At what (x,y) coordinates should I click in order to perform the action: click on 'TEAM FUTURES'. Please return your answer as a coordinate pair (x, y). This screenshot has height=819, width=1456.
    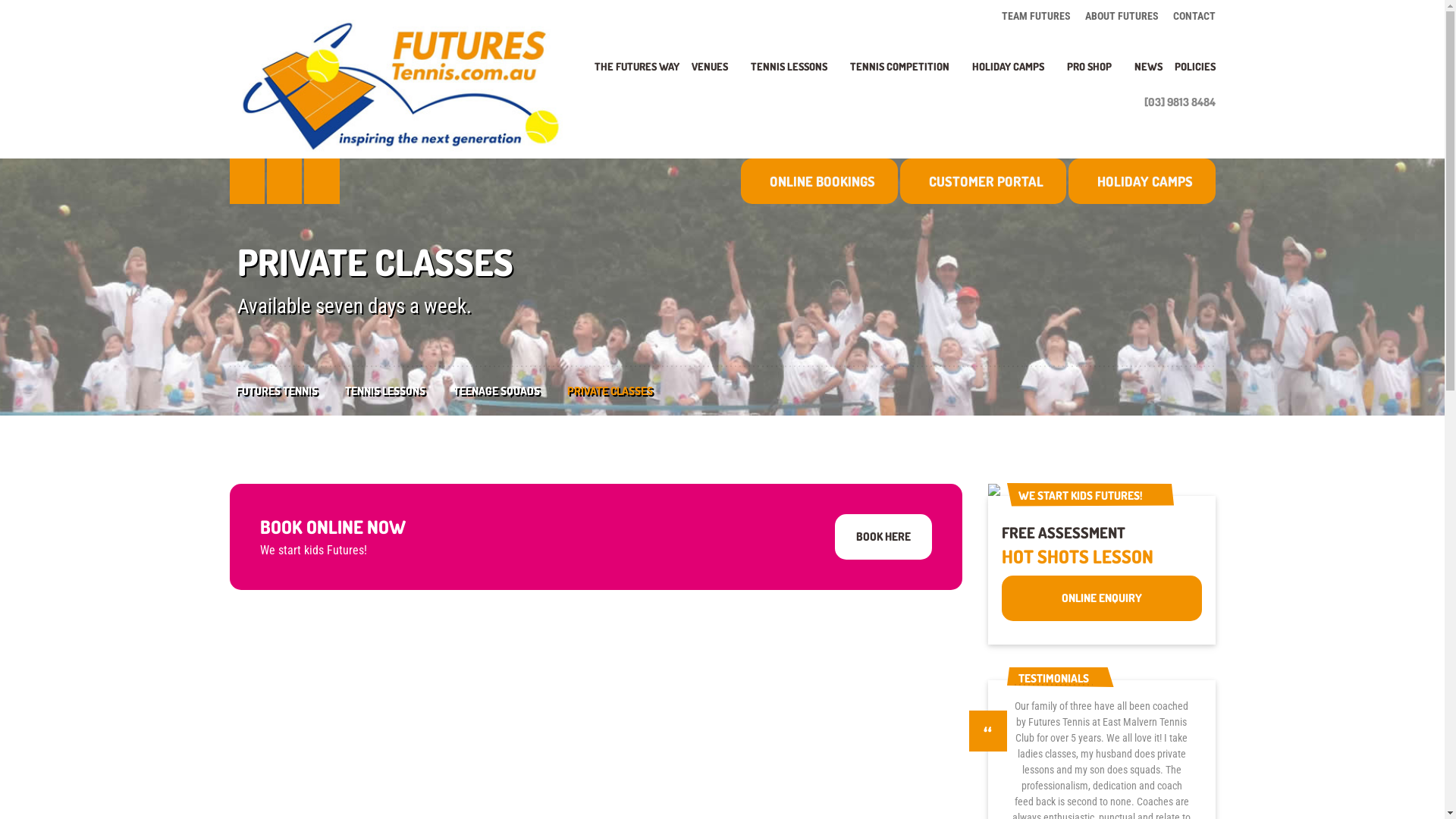
    Looking at the image, I should click on (1038, 14).